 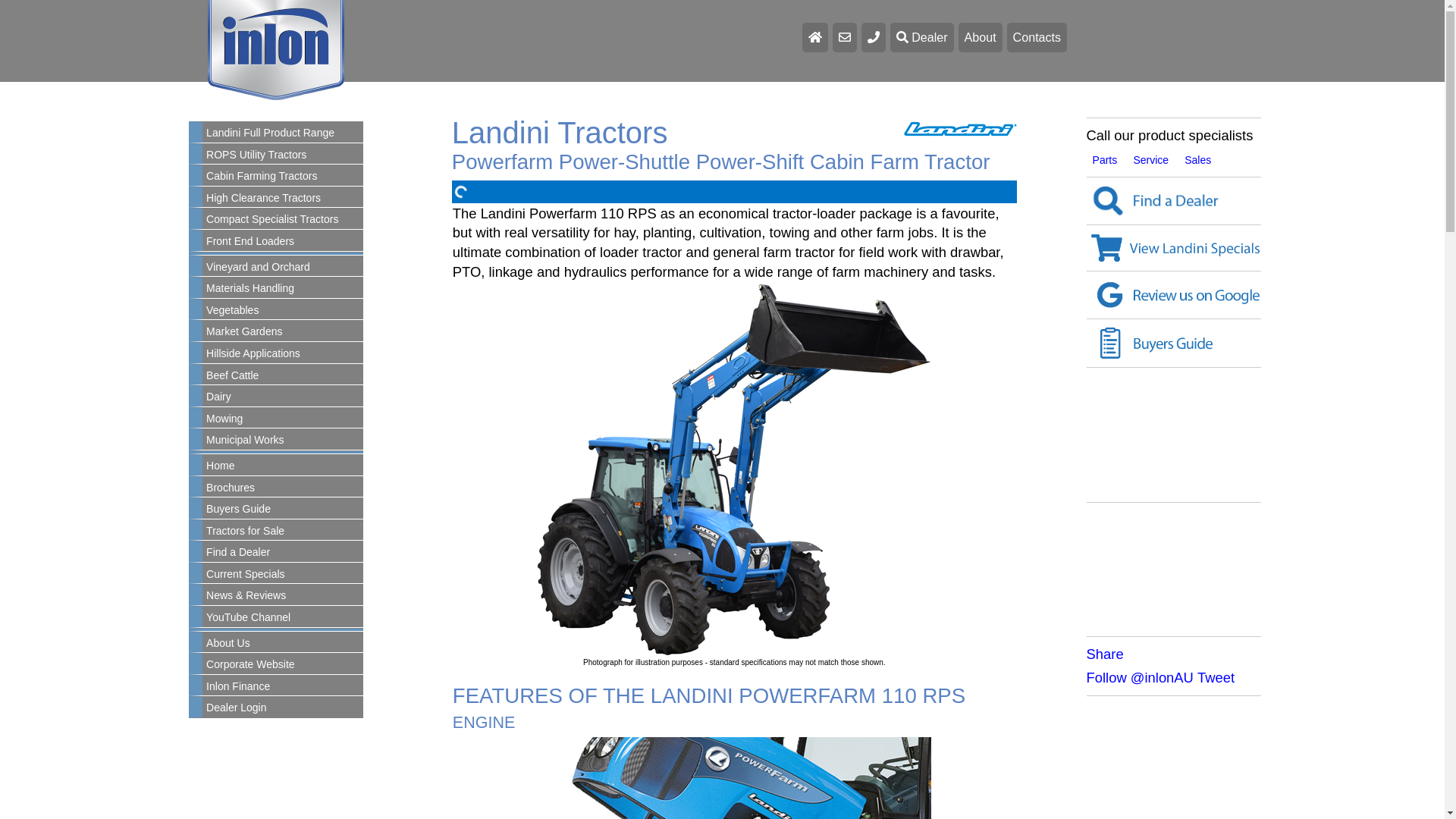 What do you see at coordinates (283, 309) in the screenshot?
I see `'Vegetables'` at bounding box center [283, 309].